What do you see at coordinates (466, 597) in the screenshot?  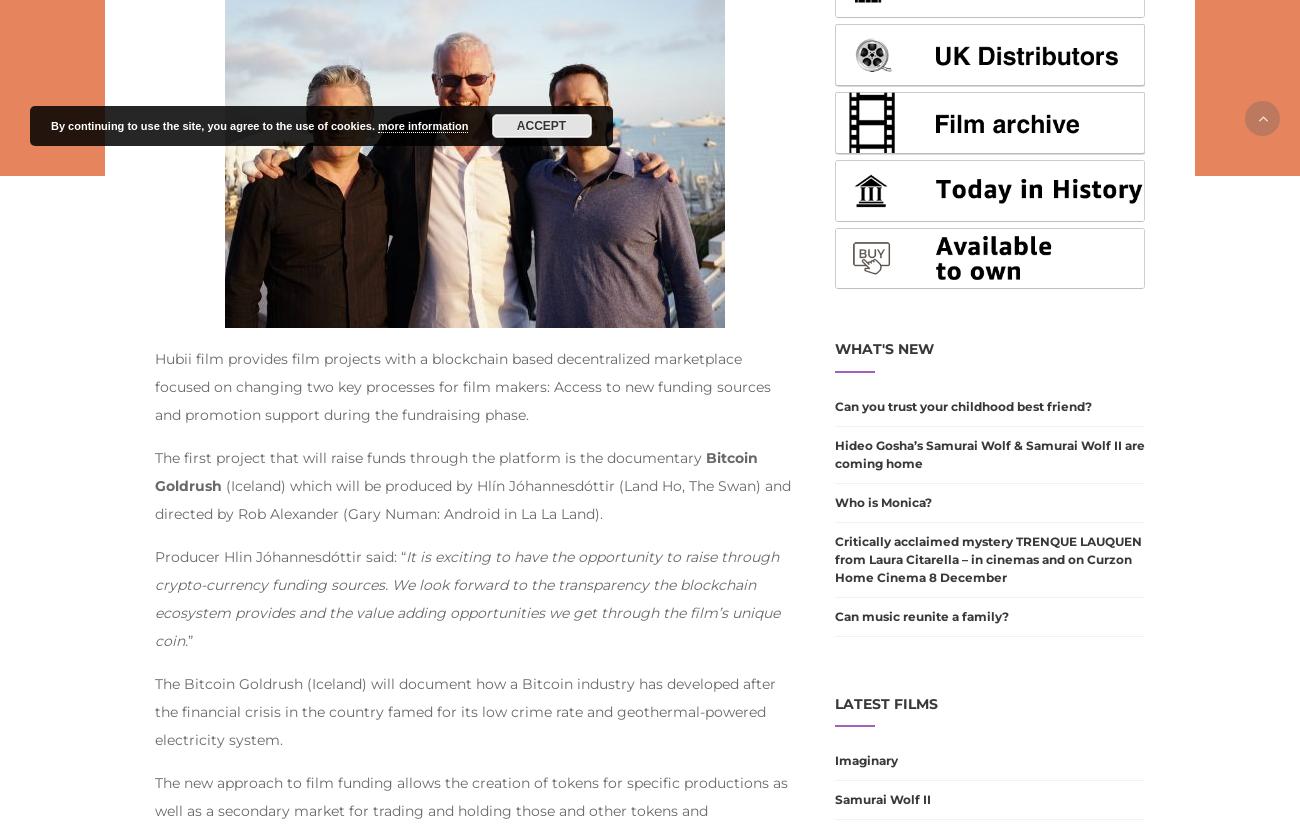 I see `'It is exciting to have the opportunity to raise through crypto-currency funding sources. We look forward to the transparency the blockchain ecosystem provides and the value adding opportunities we get through the film’s unique coin.'` at bounding box center [466, 597].